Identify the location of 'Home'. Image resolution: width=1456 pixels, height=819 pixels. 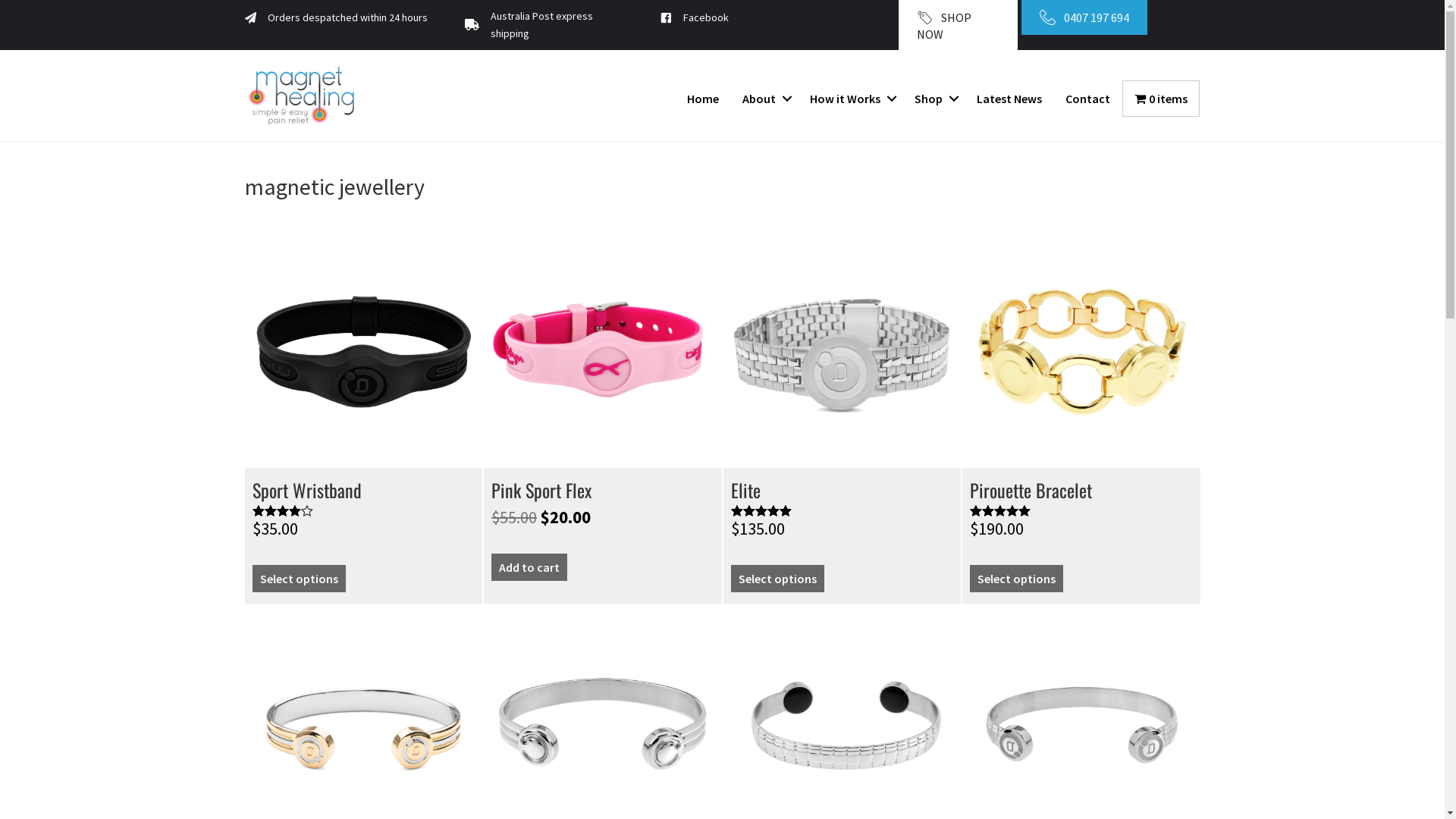
(675, 99).